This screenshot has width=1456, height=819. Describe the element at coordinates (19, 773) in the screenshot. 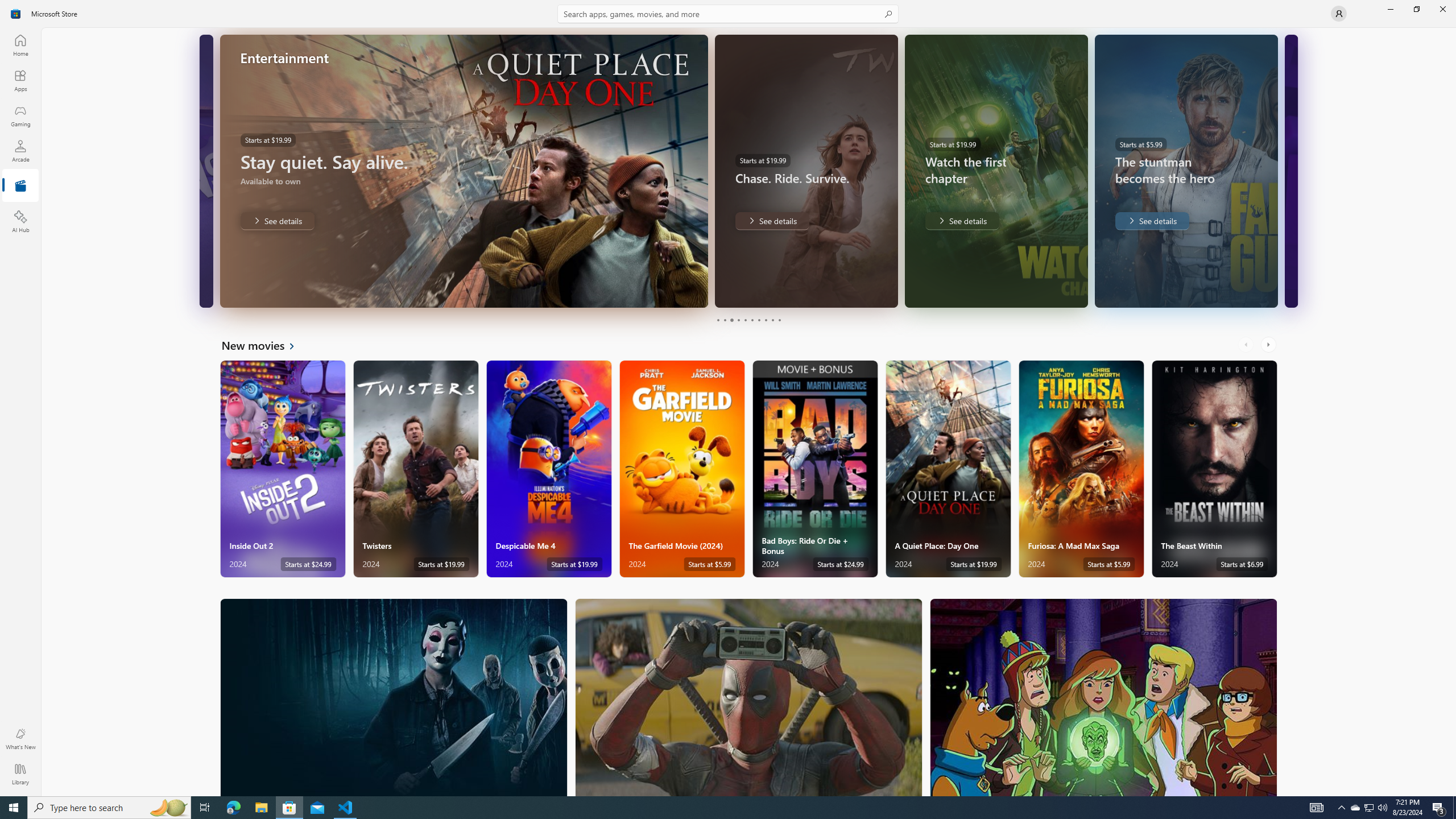

I see `'Library'` at that location.